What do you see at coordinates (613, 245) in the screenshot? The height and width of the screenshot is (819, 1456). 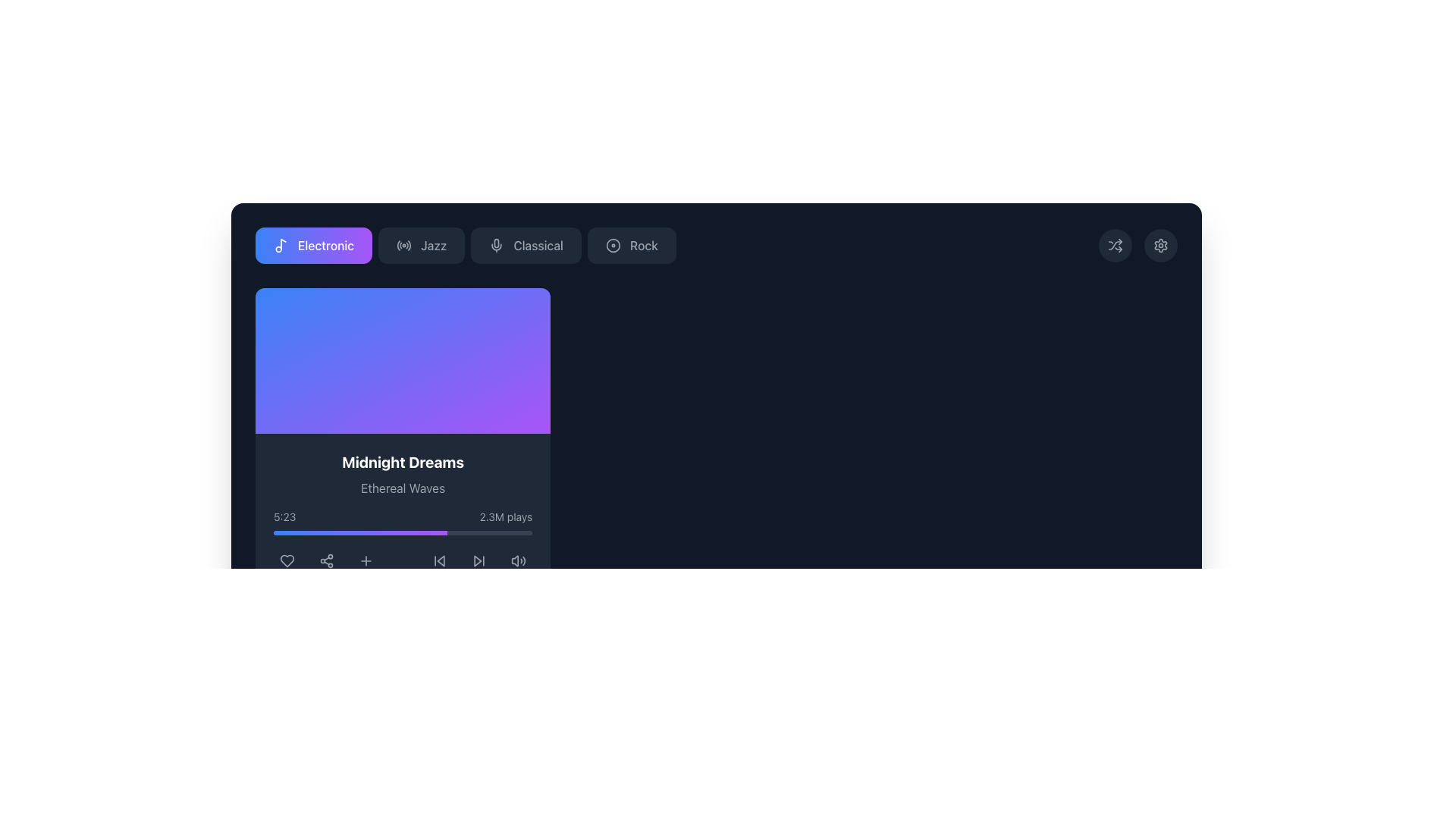 I see `the circular graphical icon associated with the 'Rock' button, which is the fourth button in a series at the top-center of the application` at bounding box center [613, 245].